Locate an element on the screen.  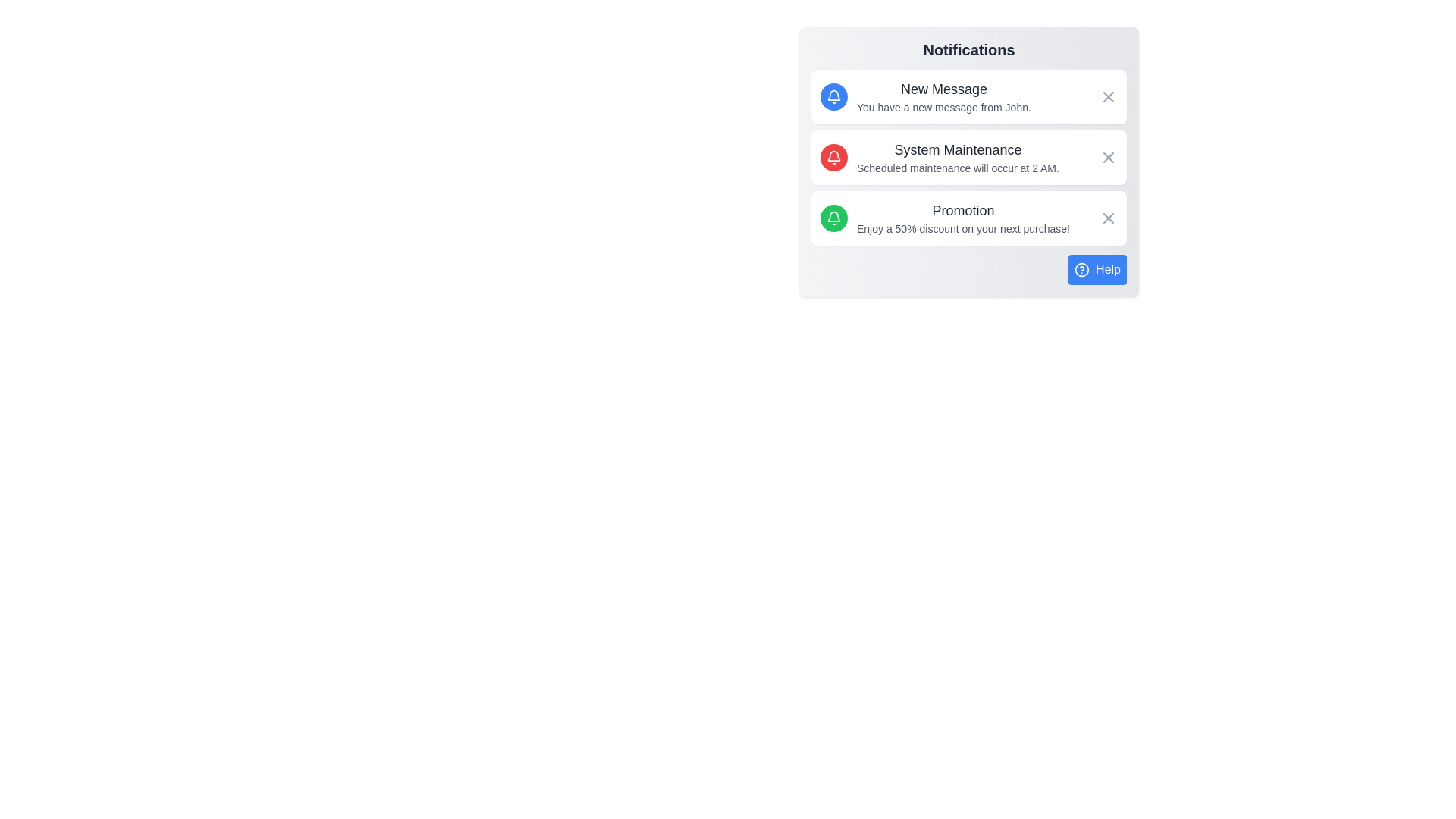
the 'X'-shaped close icon located in the top-right corner of the third notification labeled 'Promotion' is located at coordinates (1109, 218).